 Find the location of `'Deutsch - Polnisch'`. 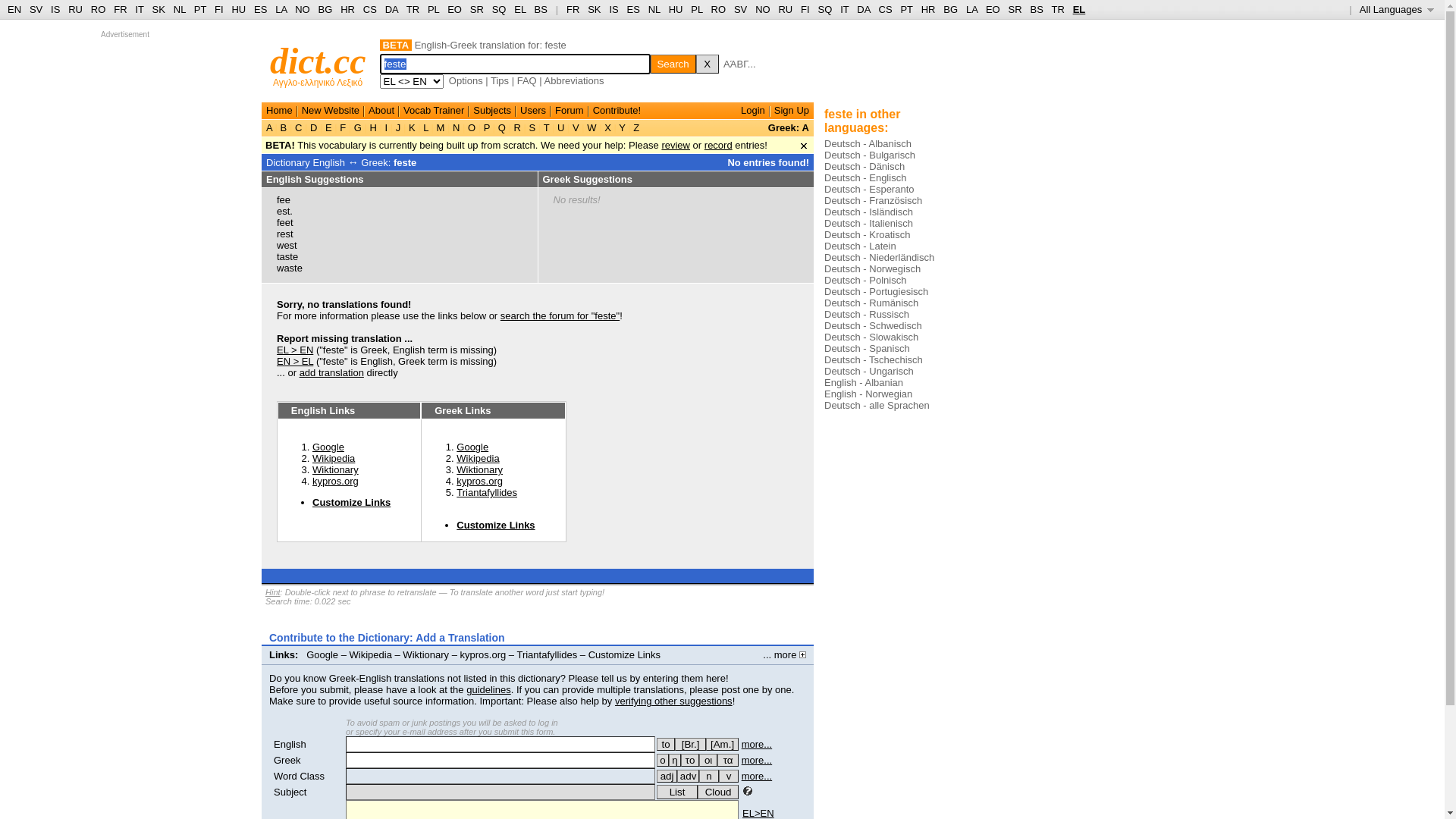

'Deutsch - Polnisch' is located at coordinates (865, 280).